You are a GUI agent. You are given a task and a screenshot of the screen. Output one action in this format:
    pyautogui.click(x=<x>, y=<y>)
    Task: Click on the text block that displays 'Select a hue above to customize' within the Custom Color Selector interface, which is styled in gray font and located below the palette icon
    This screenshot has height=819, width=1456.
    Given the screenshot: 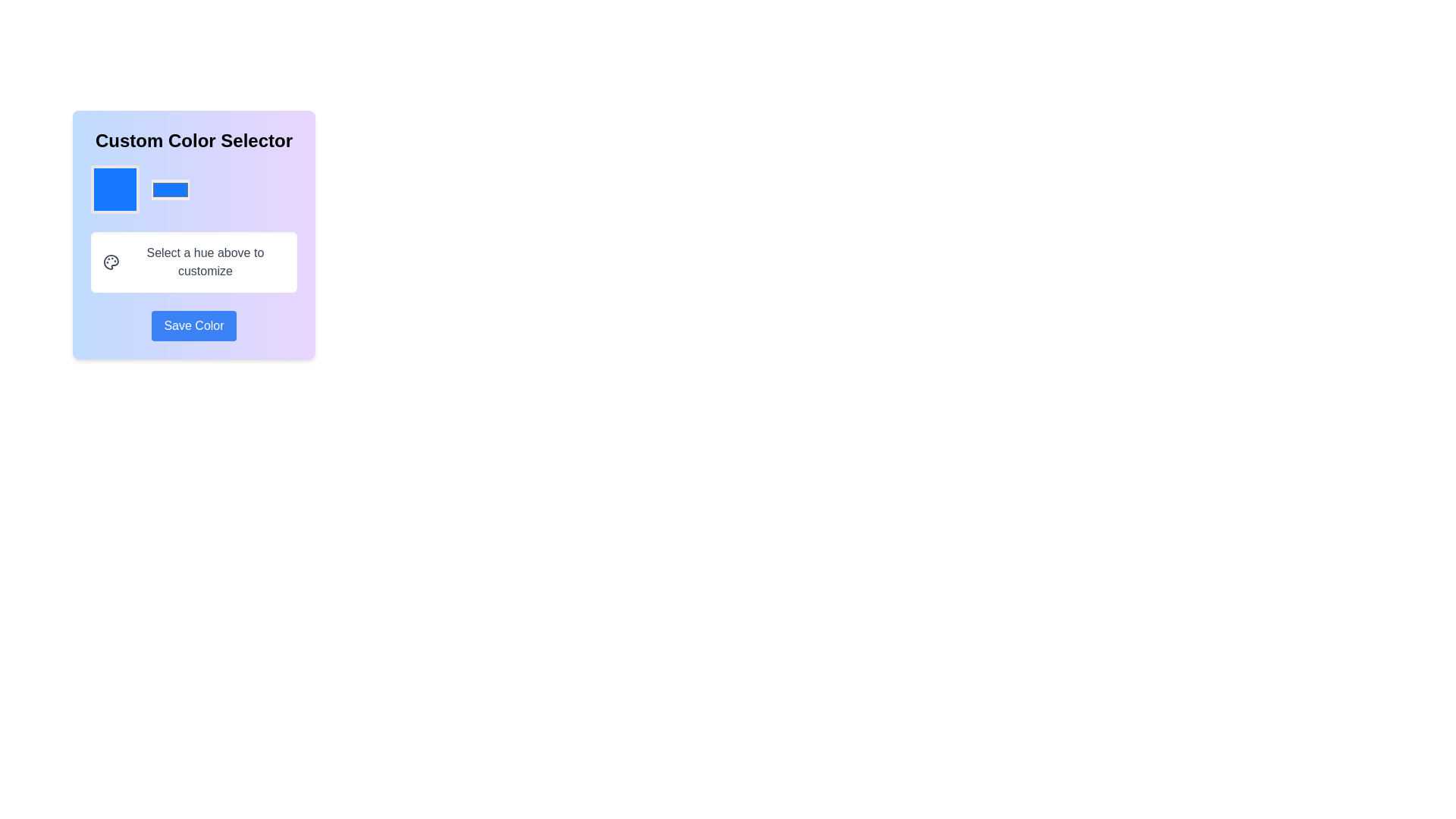 What is the action you would take?
    pyautogui.click(x=204, y=262)
    